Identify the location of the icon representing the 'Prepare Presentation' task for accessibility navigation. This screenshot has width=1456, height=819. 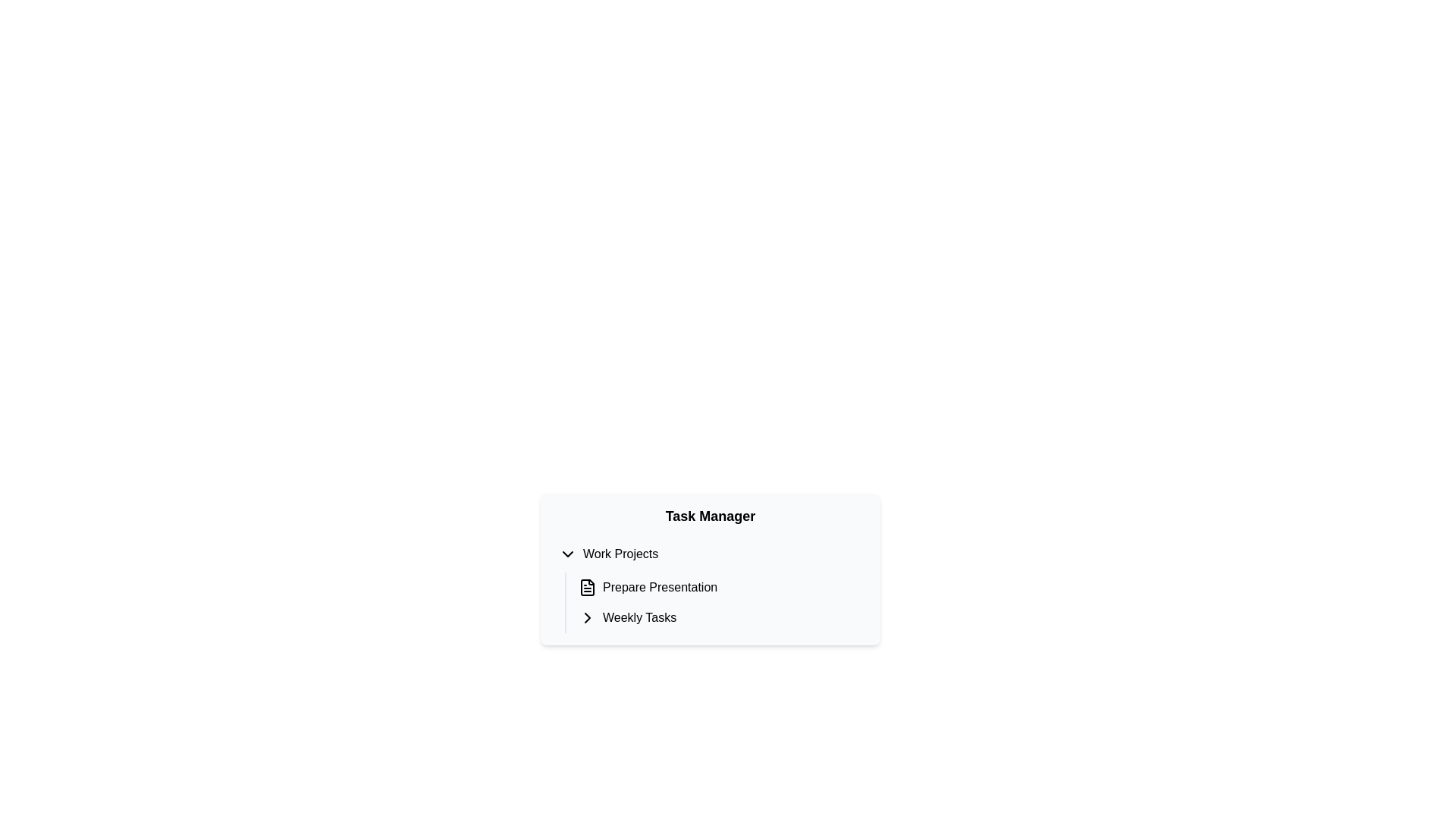
(586, 587).